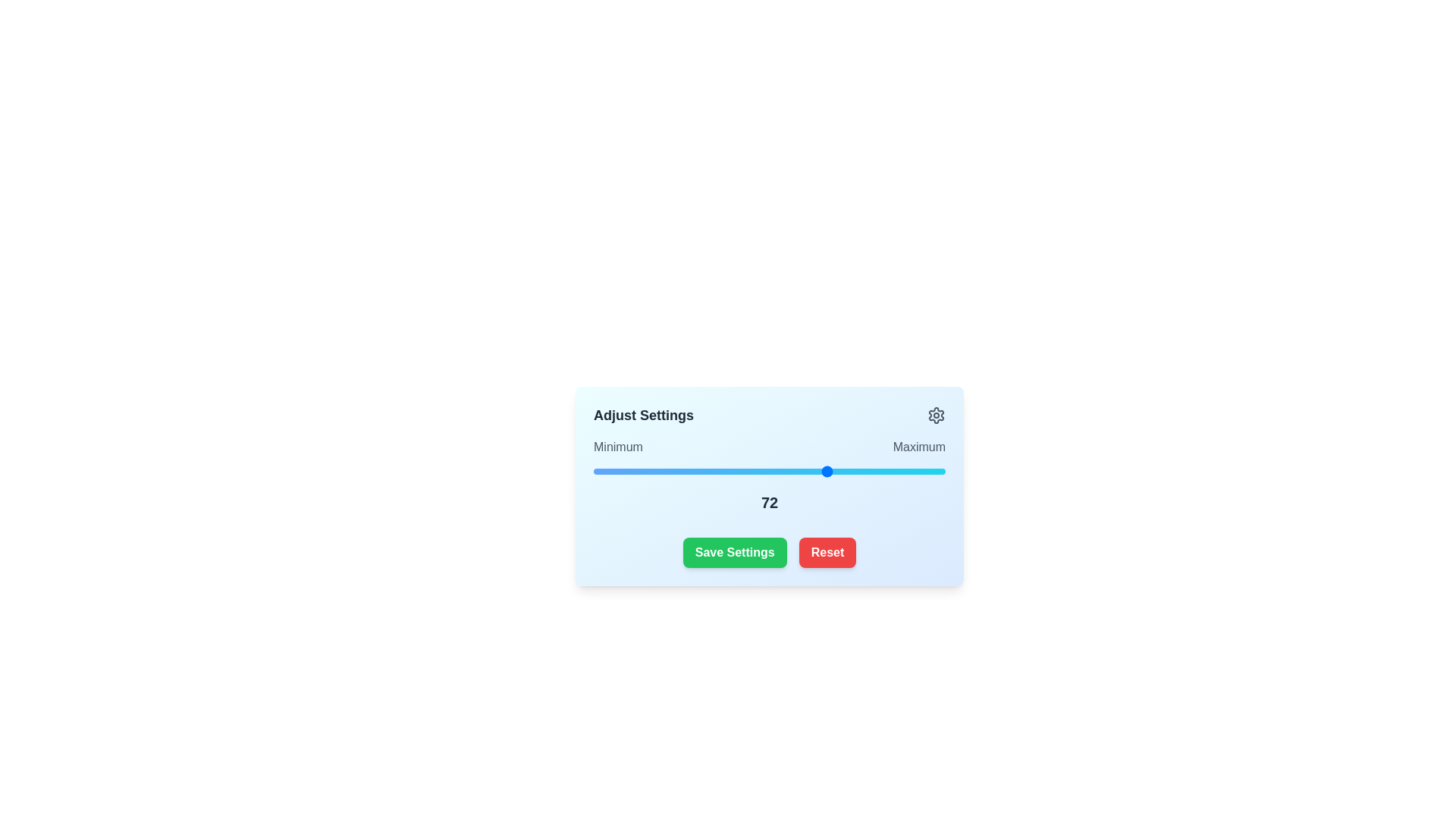  I want to click on the slider to set its value to 21, so click(618, 470).